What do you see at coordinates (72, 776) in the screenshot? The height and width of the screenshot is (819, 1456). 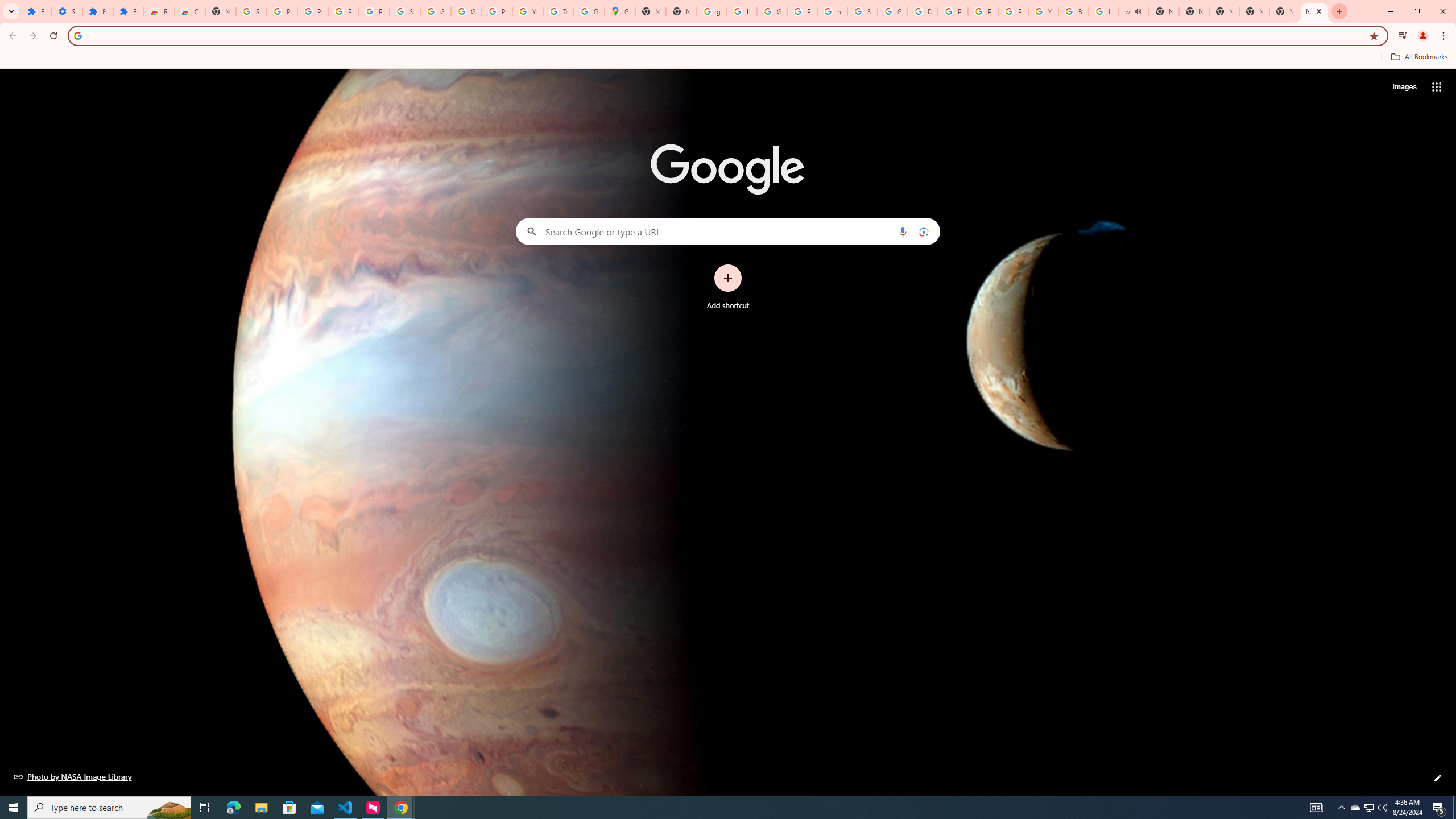 I see `'Photo by NASA Image Library'` at bounding box center [72, 776].